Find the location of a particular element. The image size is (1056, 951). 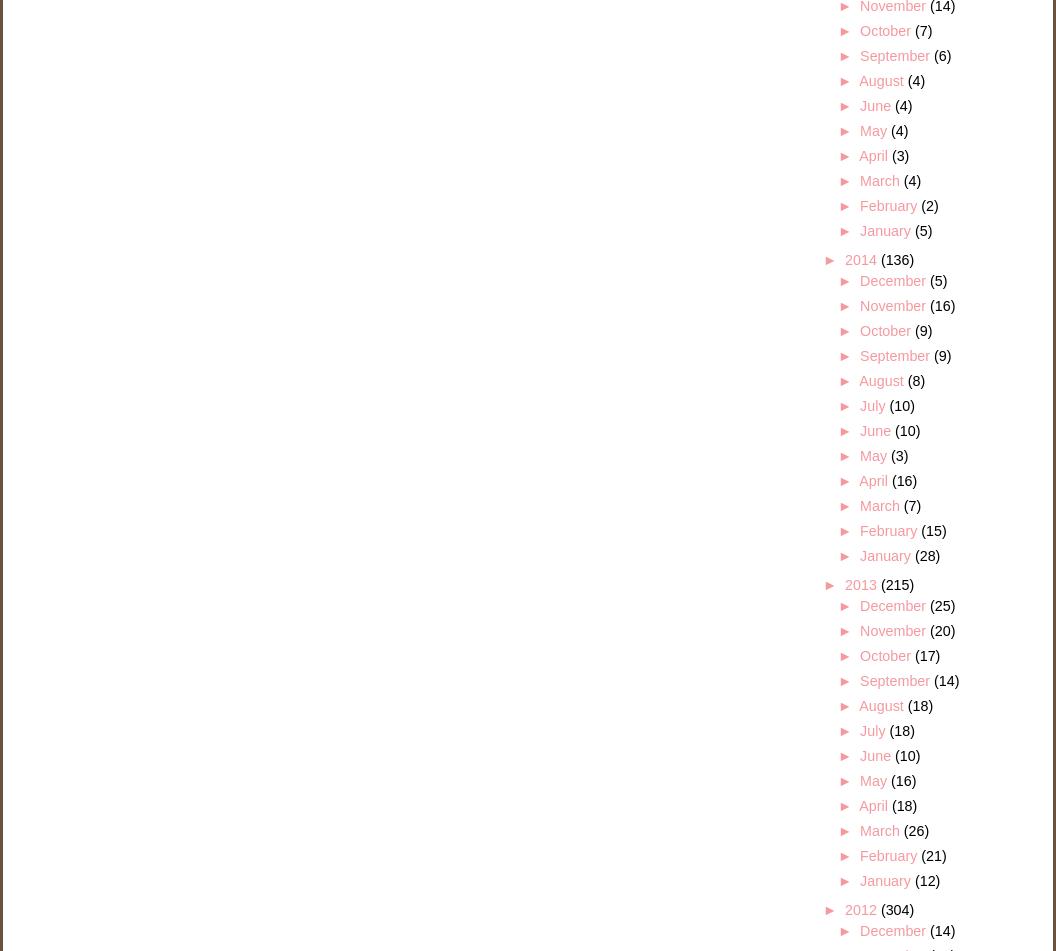

'(25)' is located at coordinates (942, 604).